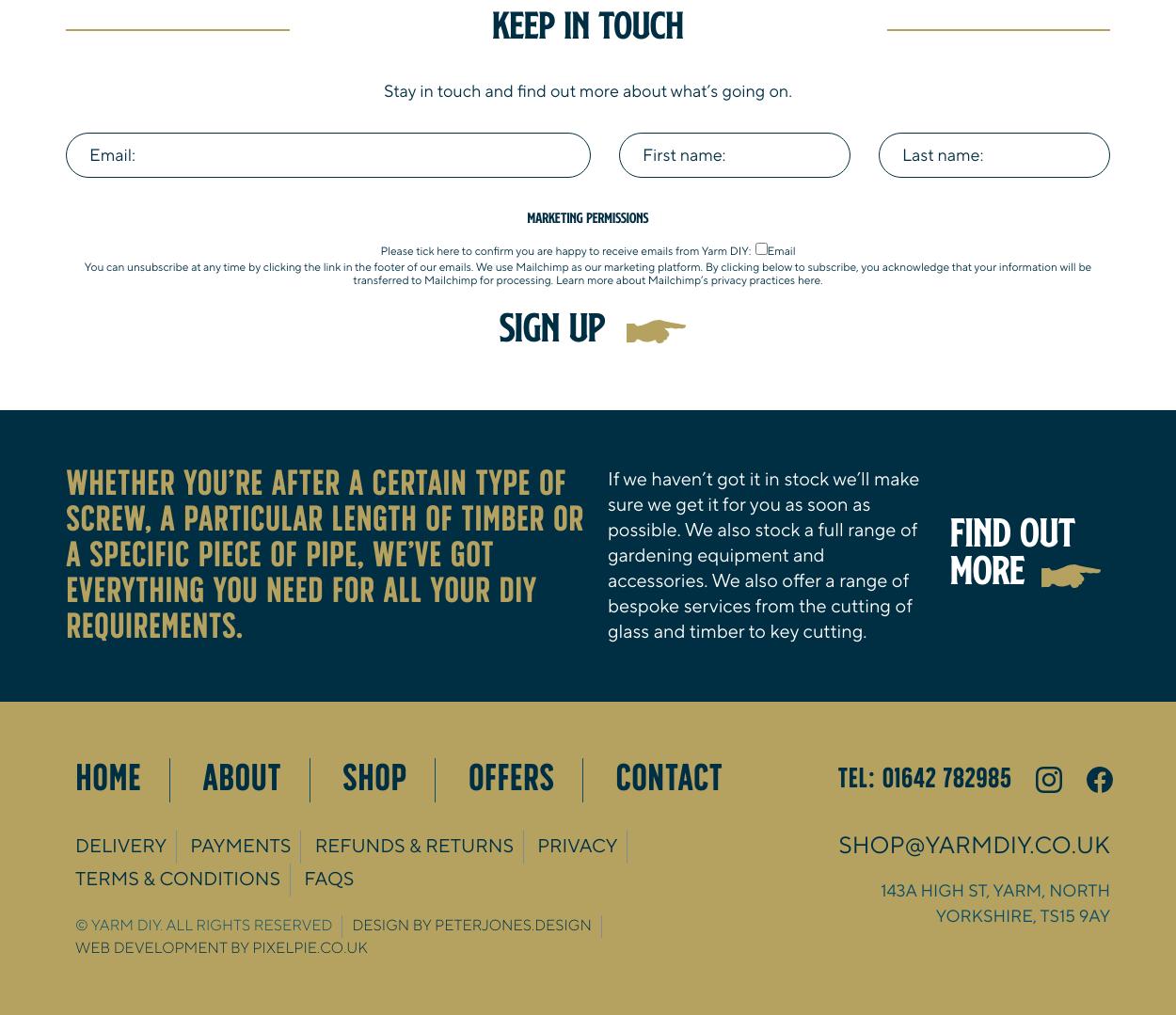  Describe the element at coordinates (74, 778) in the screenshot. I see `'Home'` at that location.